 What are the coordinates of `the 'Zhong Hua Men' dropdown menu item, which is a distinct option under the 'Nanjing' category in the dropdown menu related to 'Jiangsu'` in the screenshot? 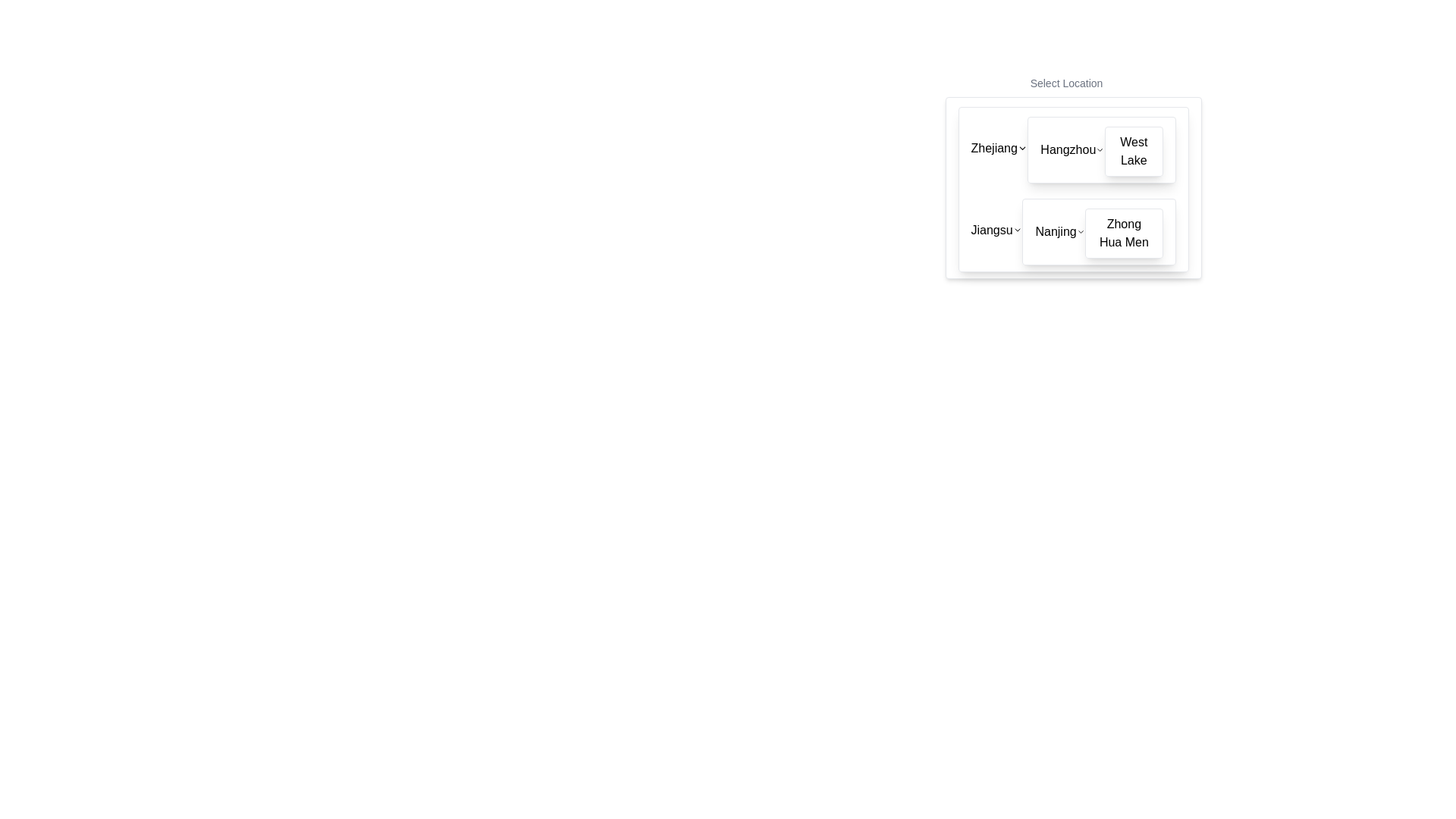 It's located at (1124, 234).